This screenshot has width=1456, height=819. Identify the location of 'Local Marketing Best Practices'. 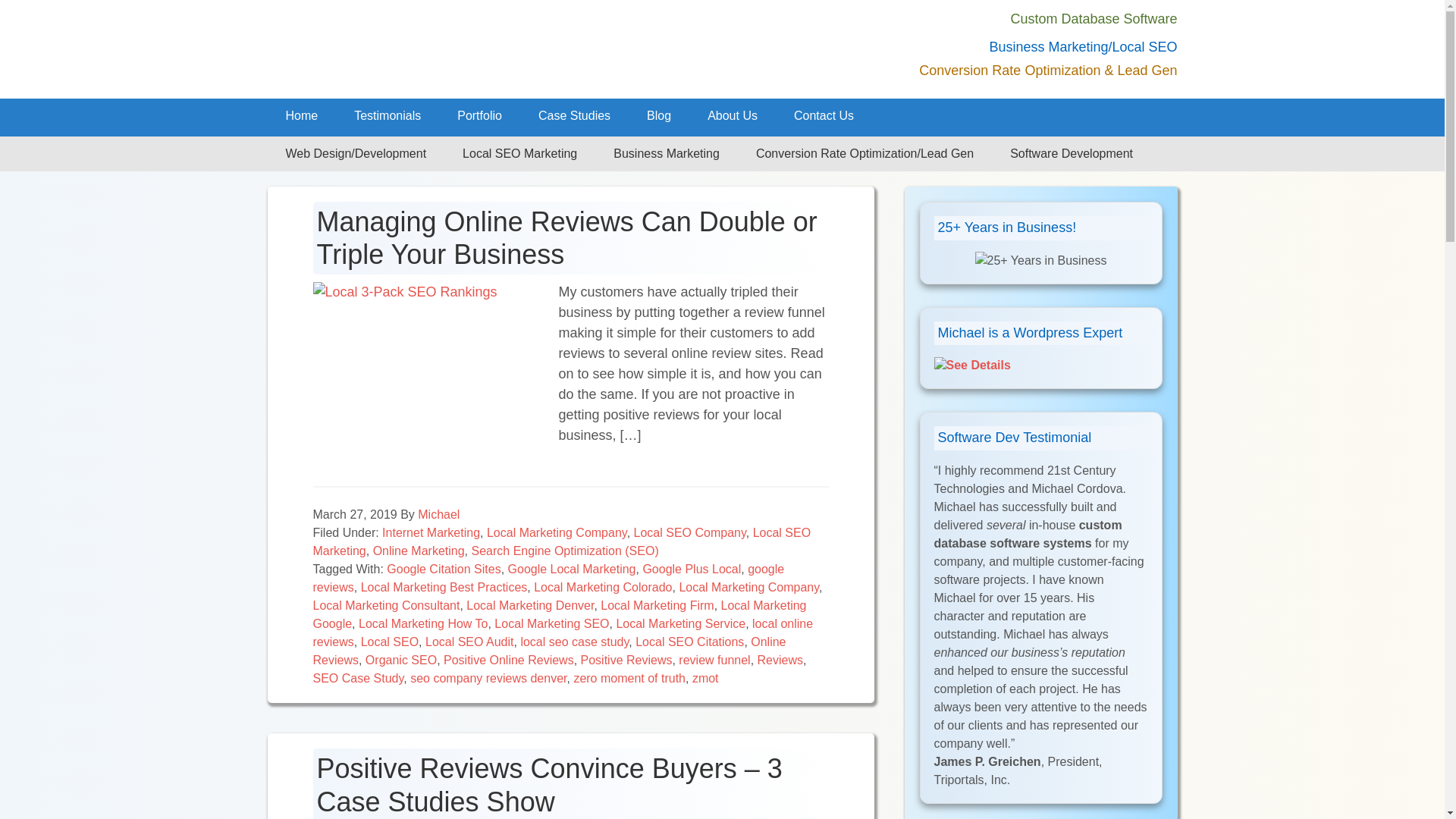
(443, 586).